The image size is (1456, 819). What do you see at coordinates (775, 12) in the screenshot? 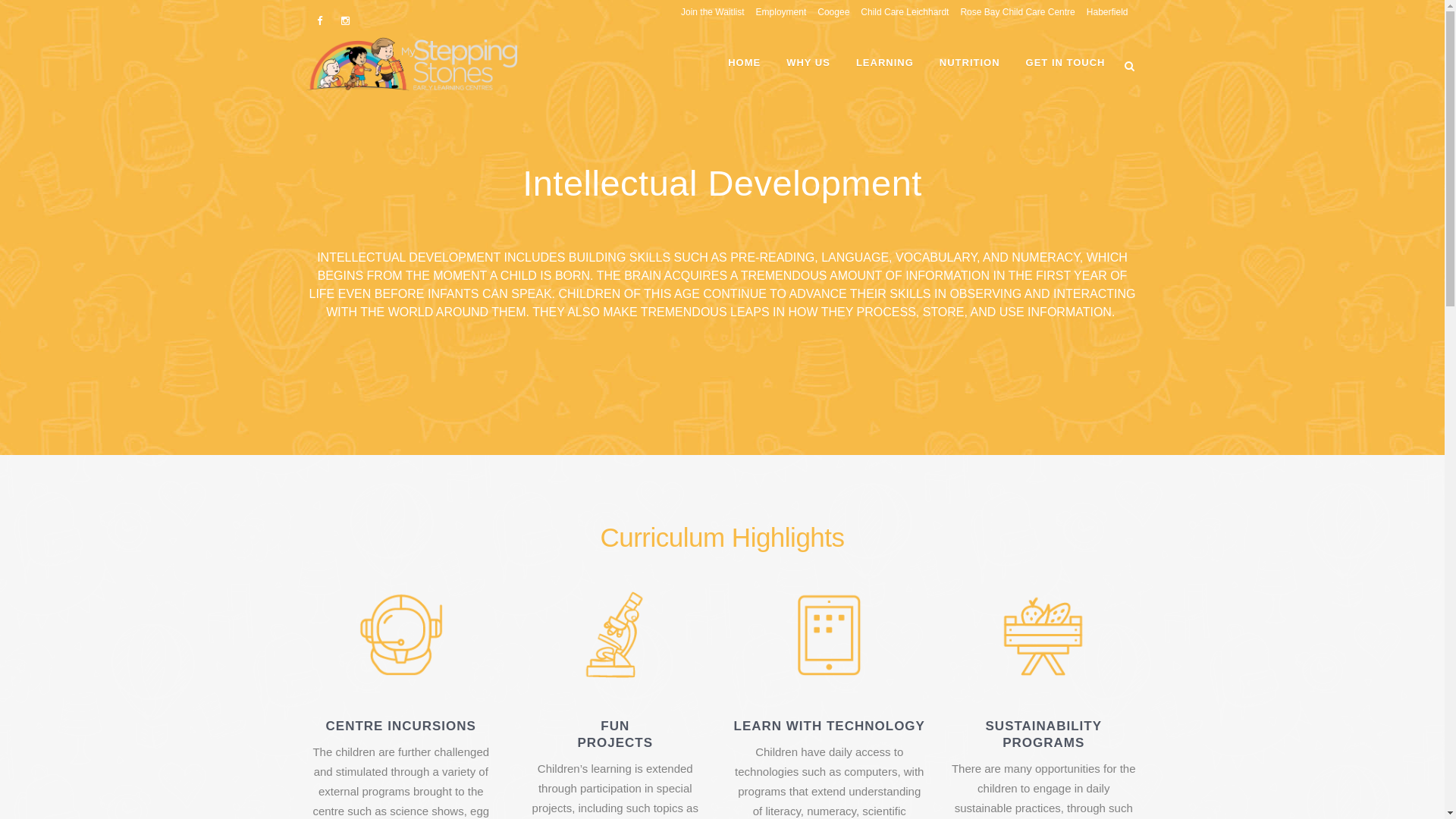
I see `'Employment'` at bounding box center [775, 12].